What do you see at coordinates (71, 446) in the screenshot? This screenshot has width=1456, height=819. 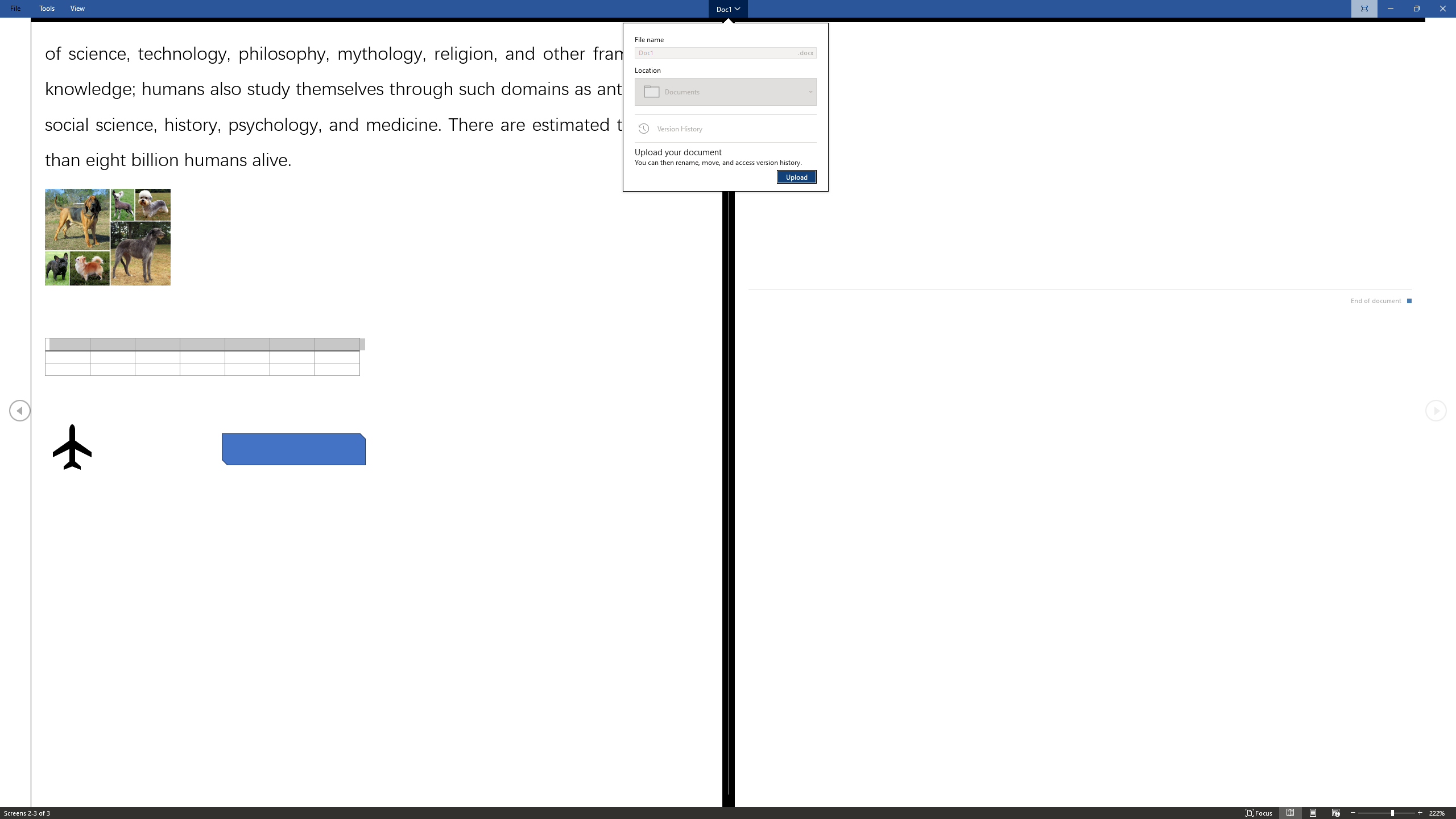 I see `'Airplane with solid fill'` at bounding box center [71, 446].